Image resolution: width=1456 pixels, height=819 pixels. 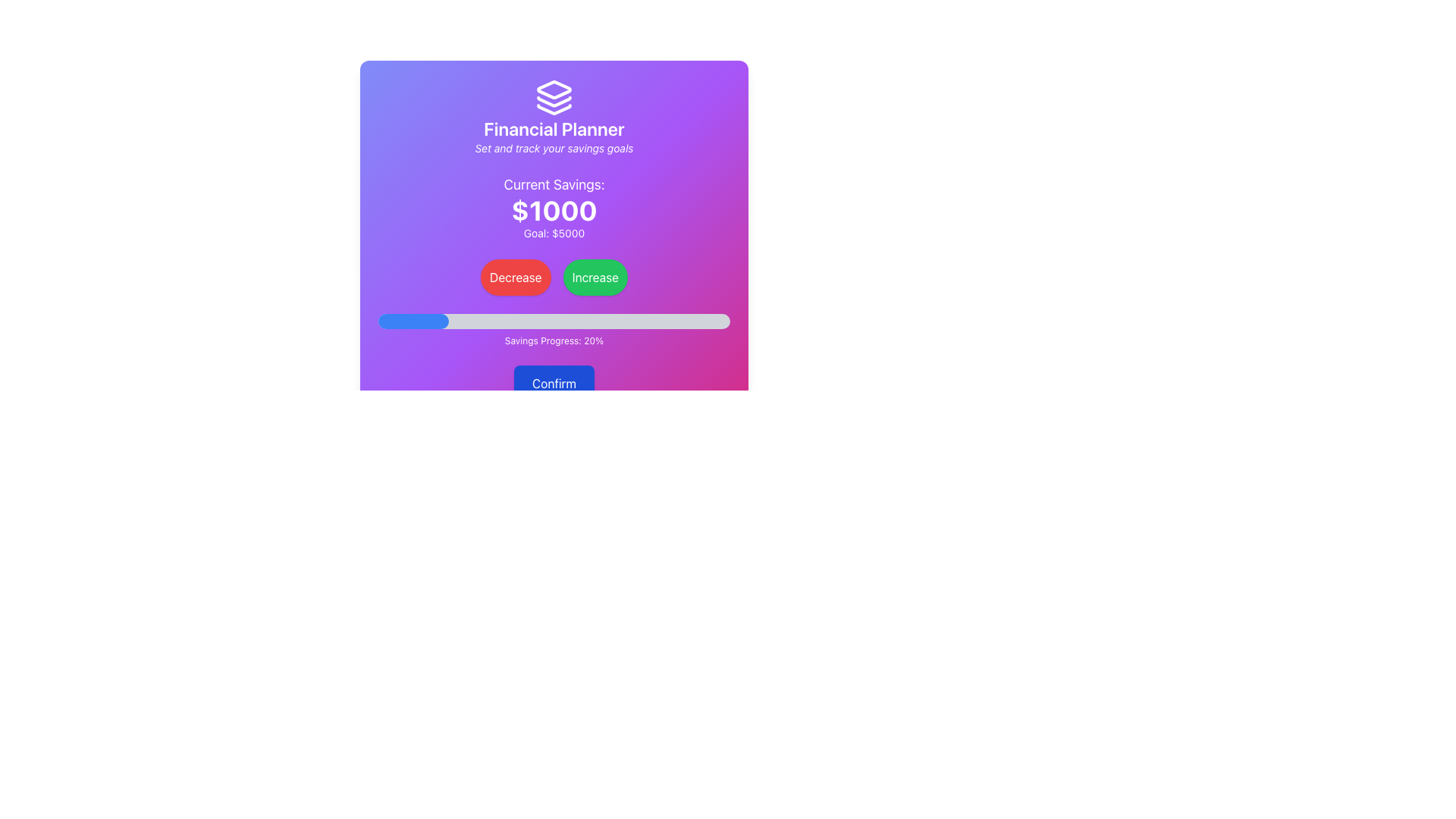 What do you see at coordinates (553, 207) in the screenshot?
I see `the Text Display element that shows financial information, specifically the text 'Current Savings:' and the bold number '$1000'` at bounding box center [553, 207].